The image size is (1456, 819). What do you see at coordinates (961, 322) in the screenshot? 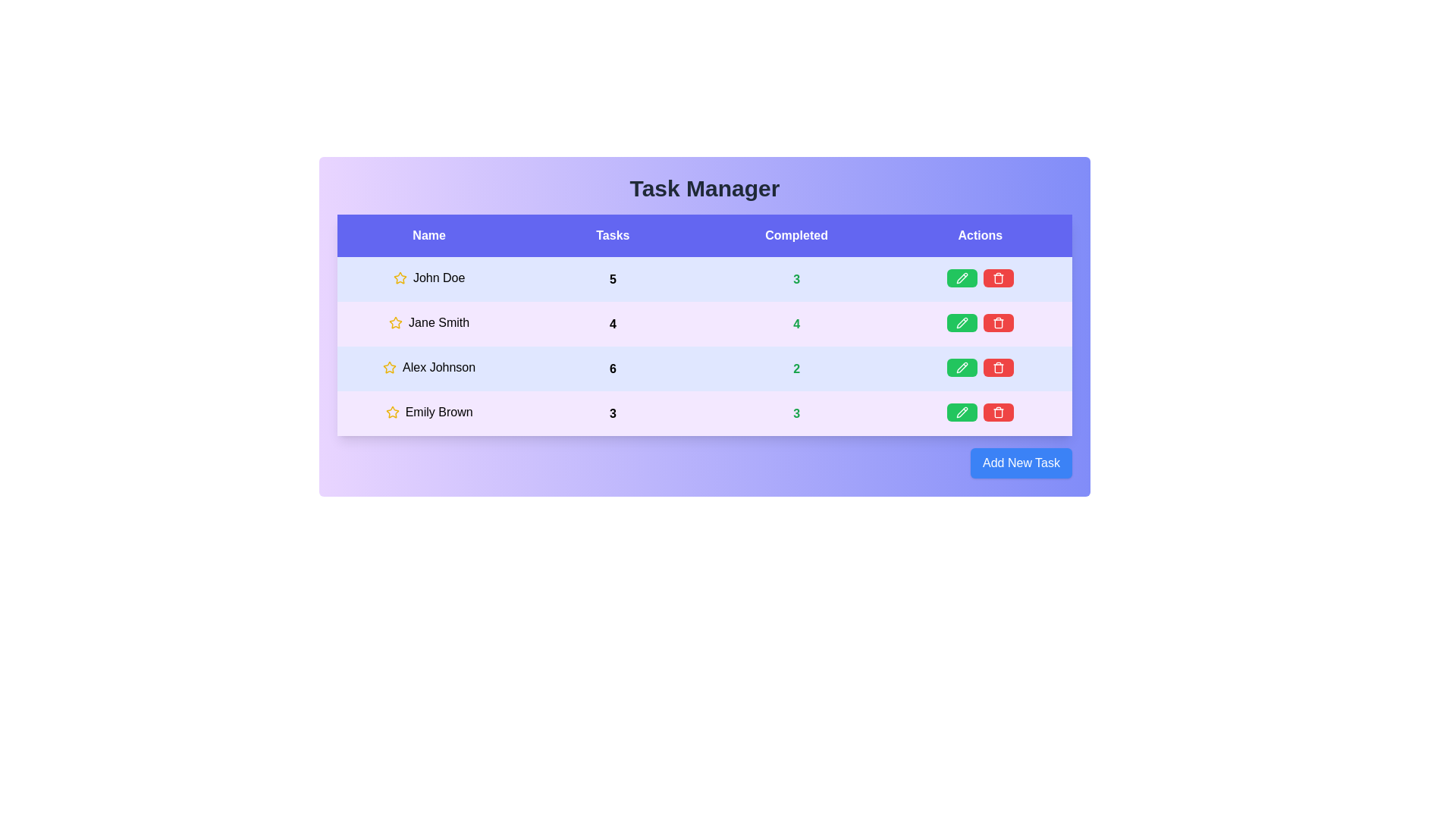
I see `green pencil icon to edit the task for Jane Smith` at bounding box center [961, 322].